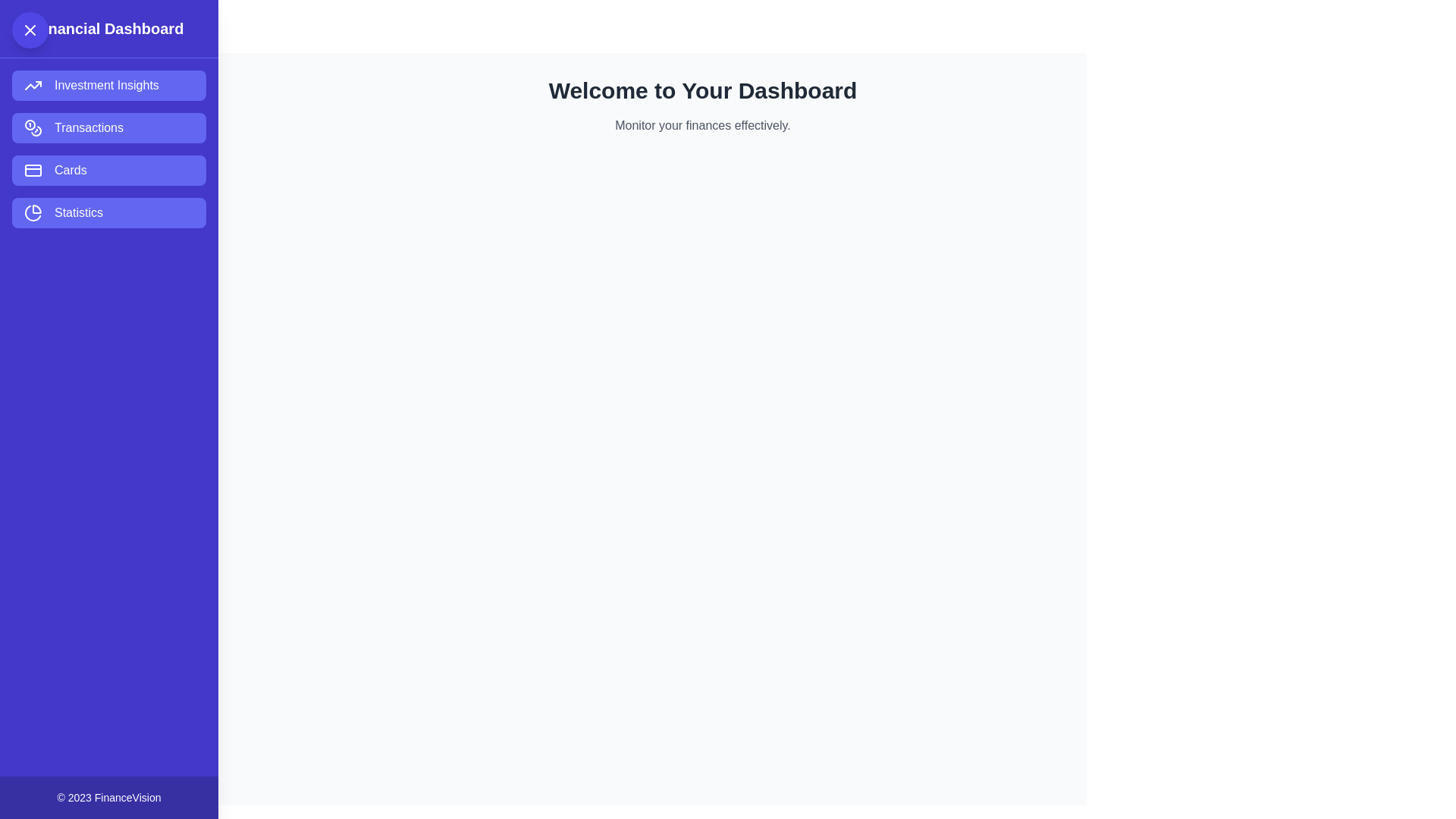 The height and width of the screenshot is (819, 1456). Describe the element at coordinates (33, 170) in the screenshot. I see `the graphical component representing the 'Cards' icon located in the left sidebar of the interface by moving the cursor to its center point` at that location.